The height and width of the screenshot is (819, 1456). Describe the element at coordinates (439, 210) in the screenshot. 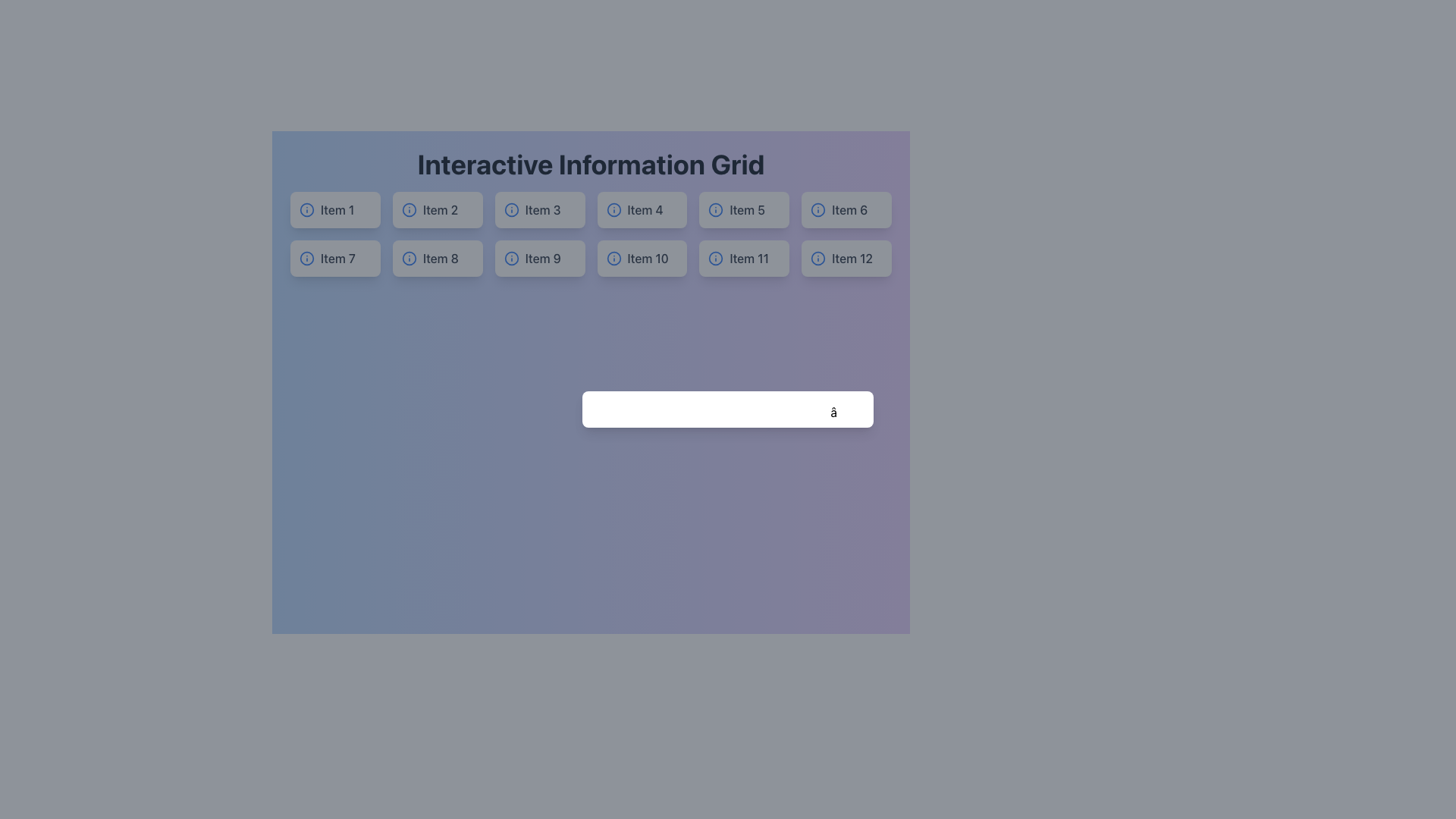

I see `the text label displaying 'Item 2' styled with 'text-gray-700 font-medium' located in the 'Interactive Information Grid', to the right of the blue info icon` at that location.